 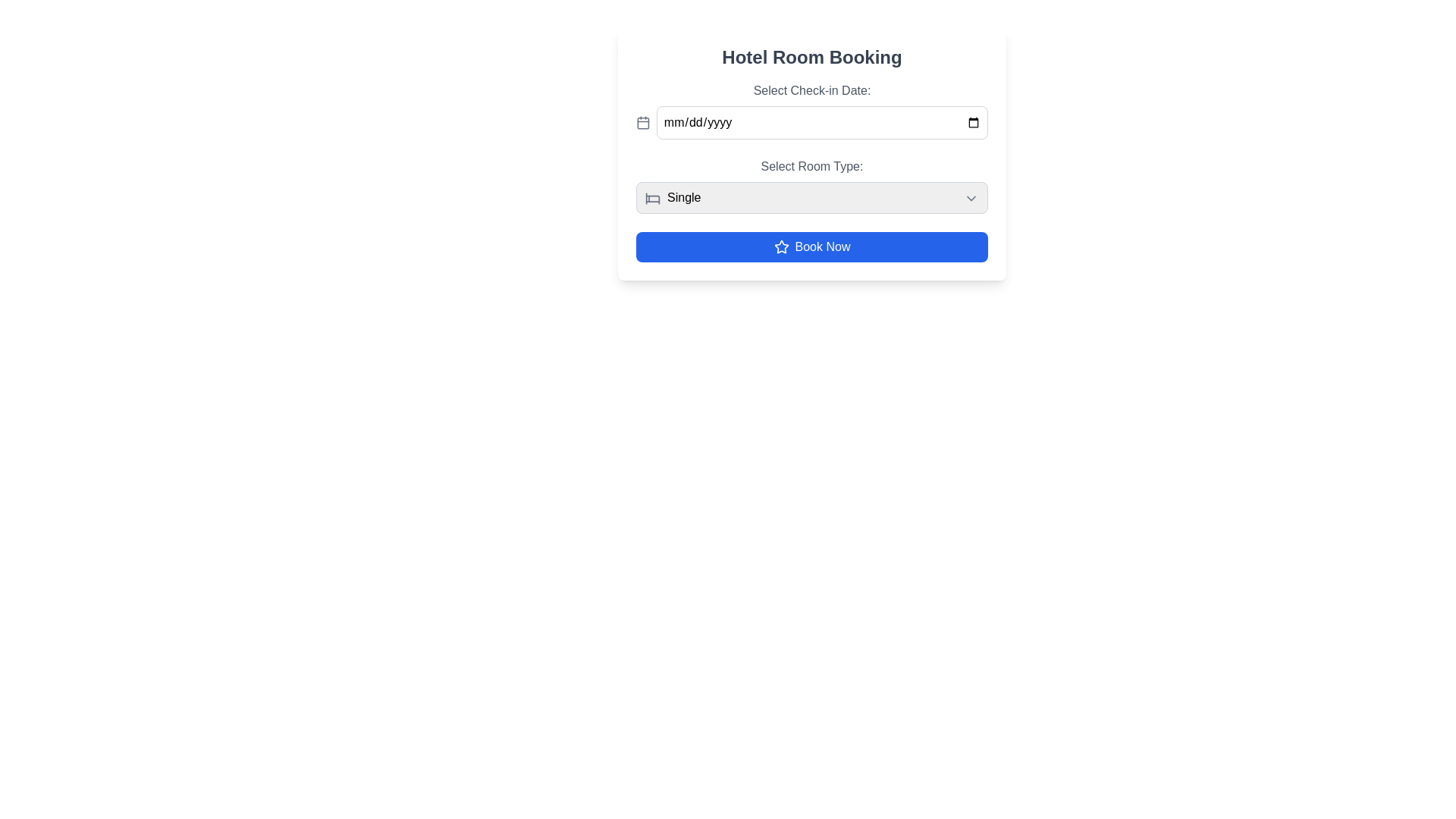 What do you see at coordinates (811, 246) in the screenshot?
I see `the booking button located at the bottom of the 'Hotel Room Booking' interface to initiate the booking process` at bounding box center [811, 246].